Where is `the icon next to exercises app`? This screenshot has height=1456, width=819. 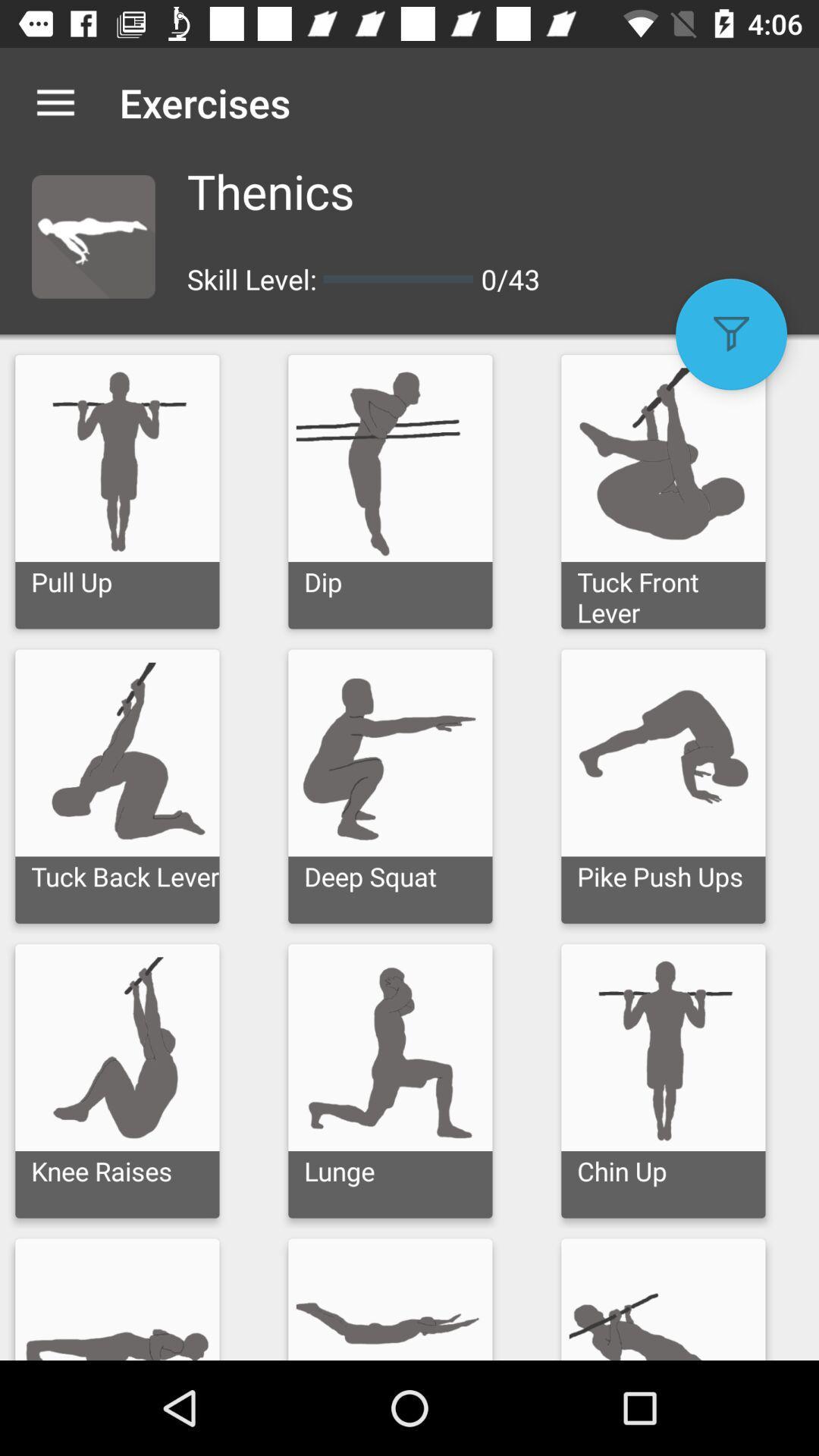
the icon next to exercises app is located at coordinates (55, 102).